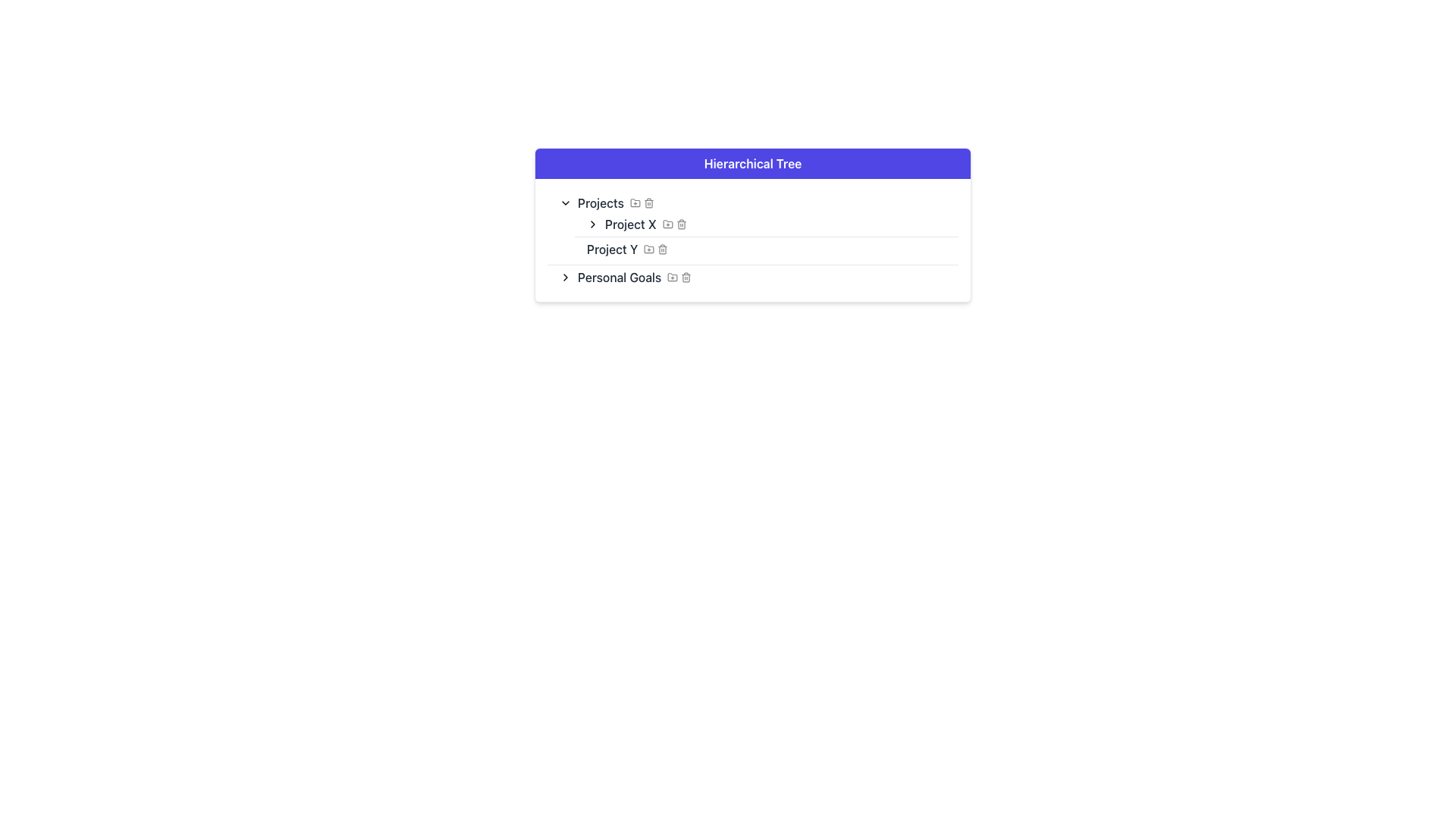  What do you see at coordinates (619, 278) in the screenshot?
I see `the 'Personal Goals' label, which is a selectable item in the hierarchical tree interface` at bounding box center [619, 278].